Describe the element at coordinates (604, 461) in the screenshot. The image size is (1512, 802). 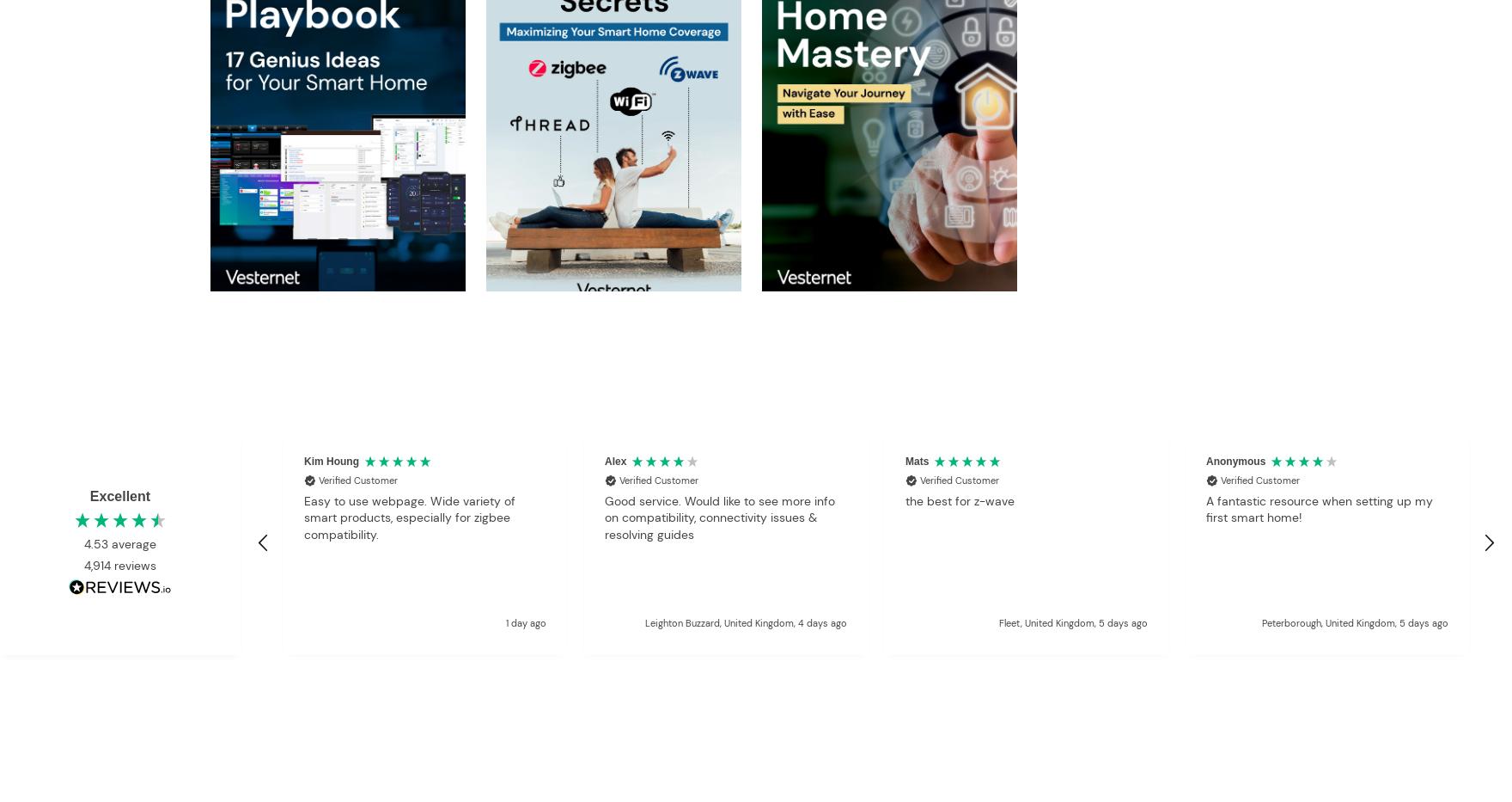
I see `'Alex'` at that location.